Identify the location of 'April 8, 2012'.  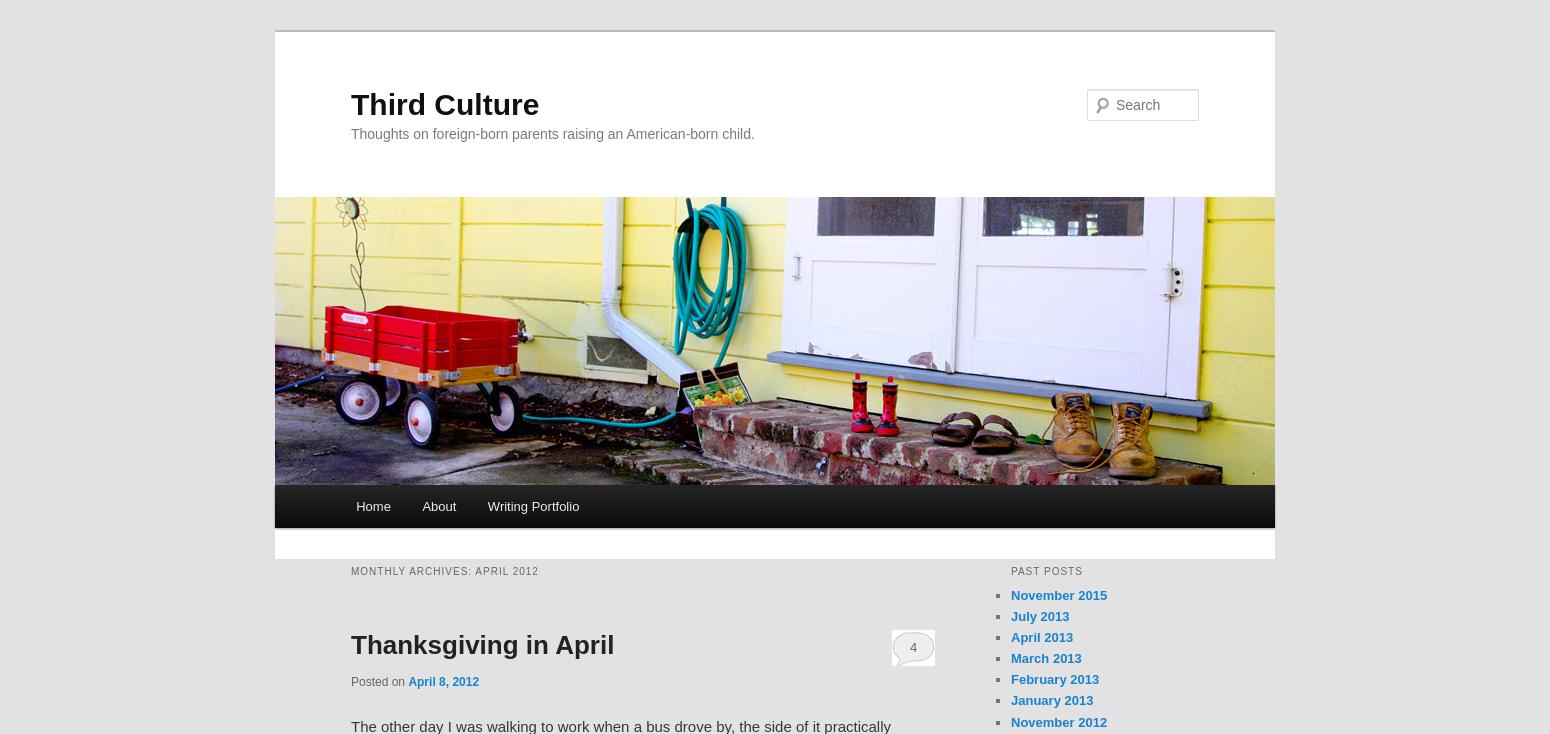
(443, 681).